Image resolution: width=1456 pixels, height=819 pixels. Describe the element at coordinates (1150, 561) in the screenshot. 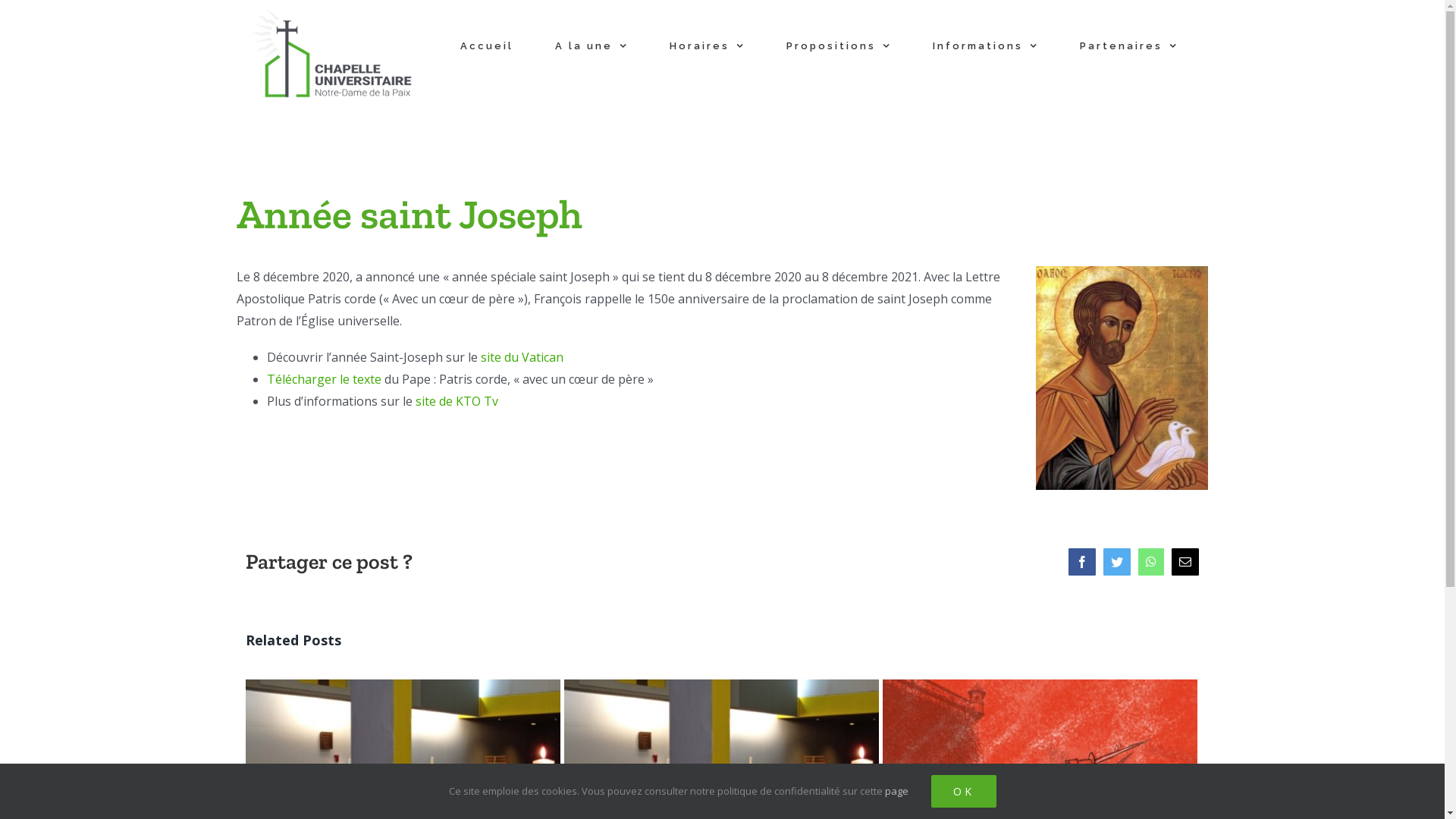

I see `'WhatsApp'` at that location.